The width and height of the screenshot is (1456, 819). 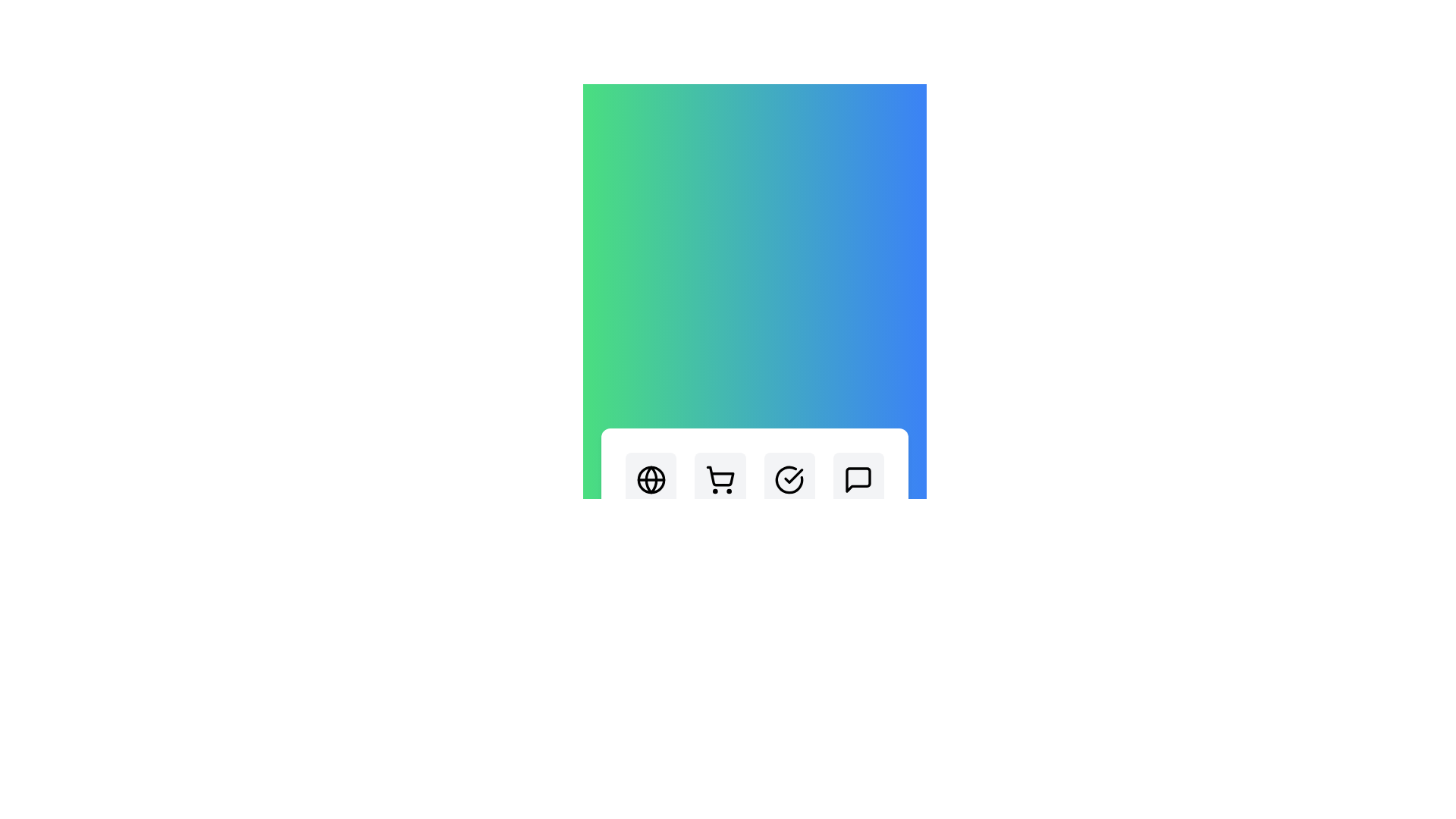 I want to click on the shopping cart icon located in the bottom row of the grid layout, so click(x=719, y=479).